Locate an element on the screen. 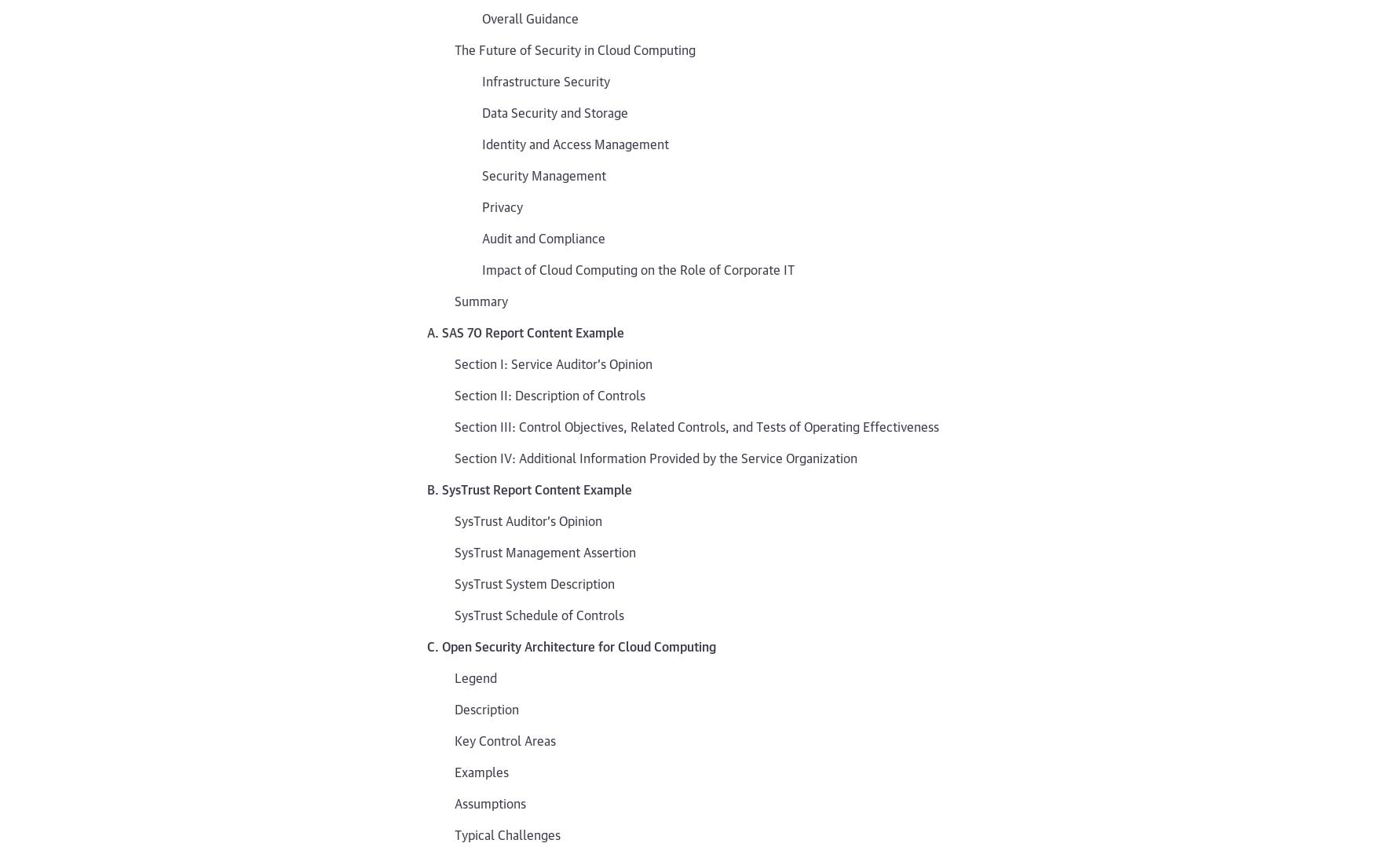  'Identity and Access Management' is located at coordinates (574, 143).